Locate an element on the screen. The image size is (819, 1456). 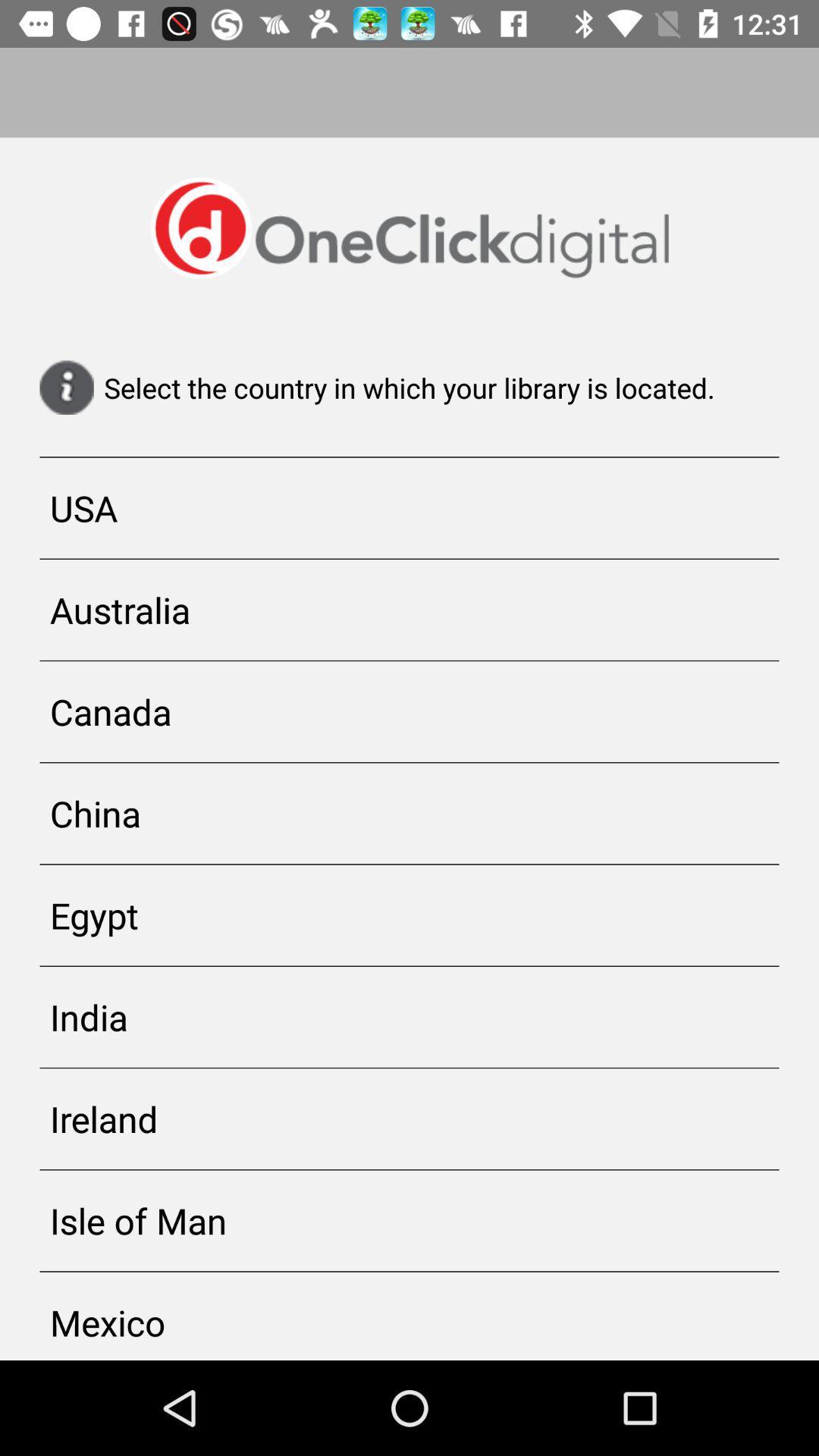
app below ireland app is located at coordinates (409, 1220).